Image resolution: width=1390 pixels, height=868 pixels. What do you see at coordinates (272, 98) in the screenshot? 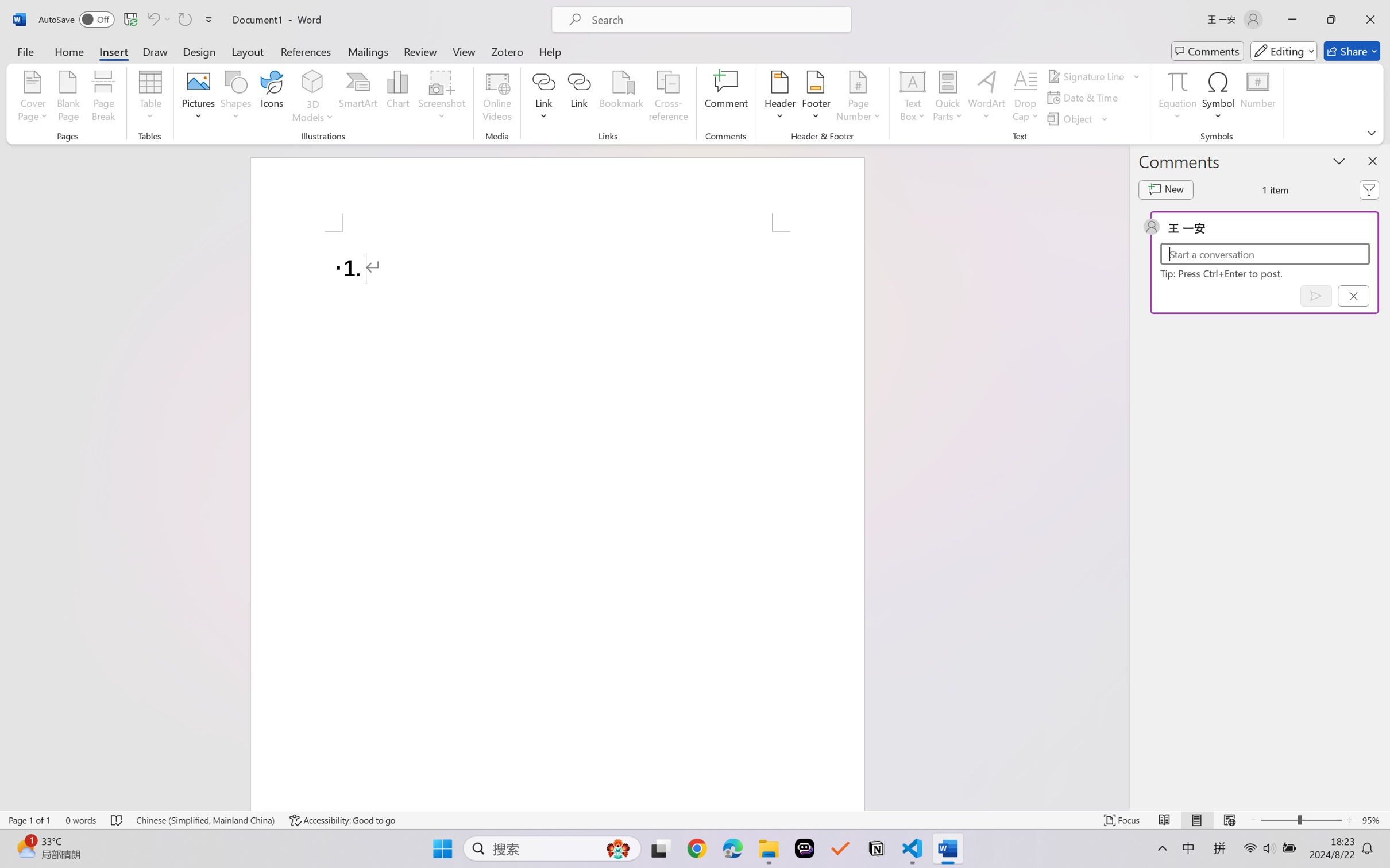
I see `'Icons'` at bounding box center [272, 98].